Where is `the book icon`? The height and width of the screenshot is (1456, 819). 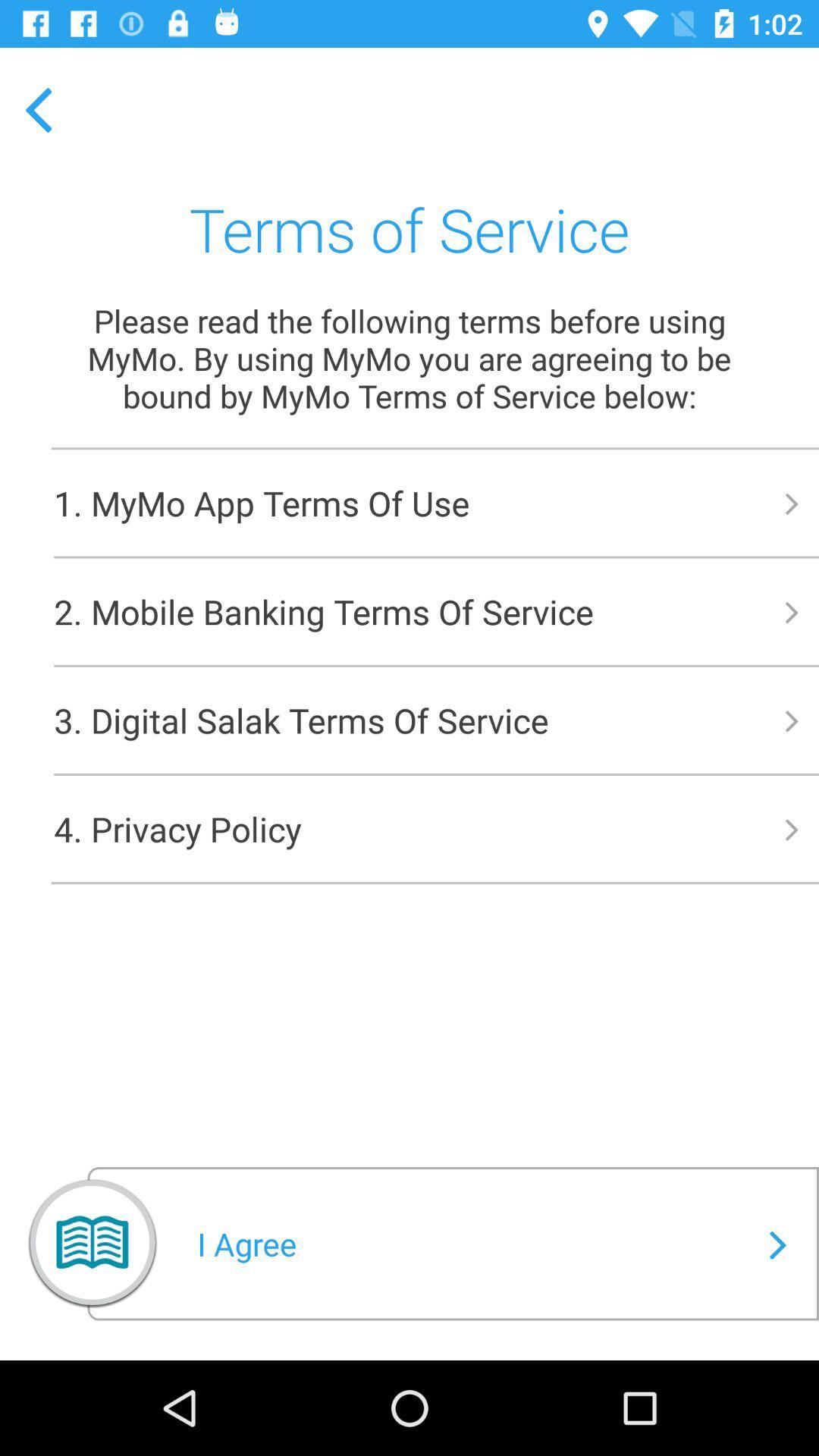
the book icon is located at coordinates (93, 1249).